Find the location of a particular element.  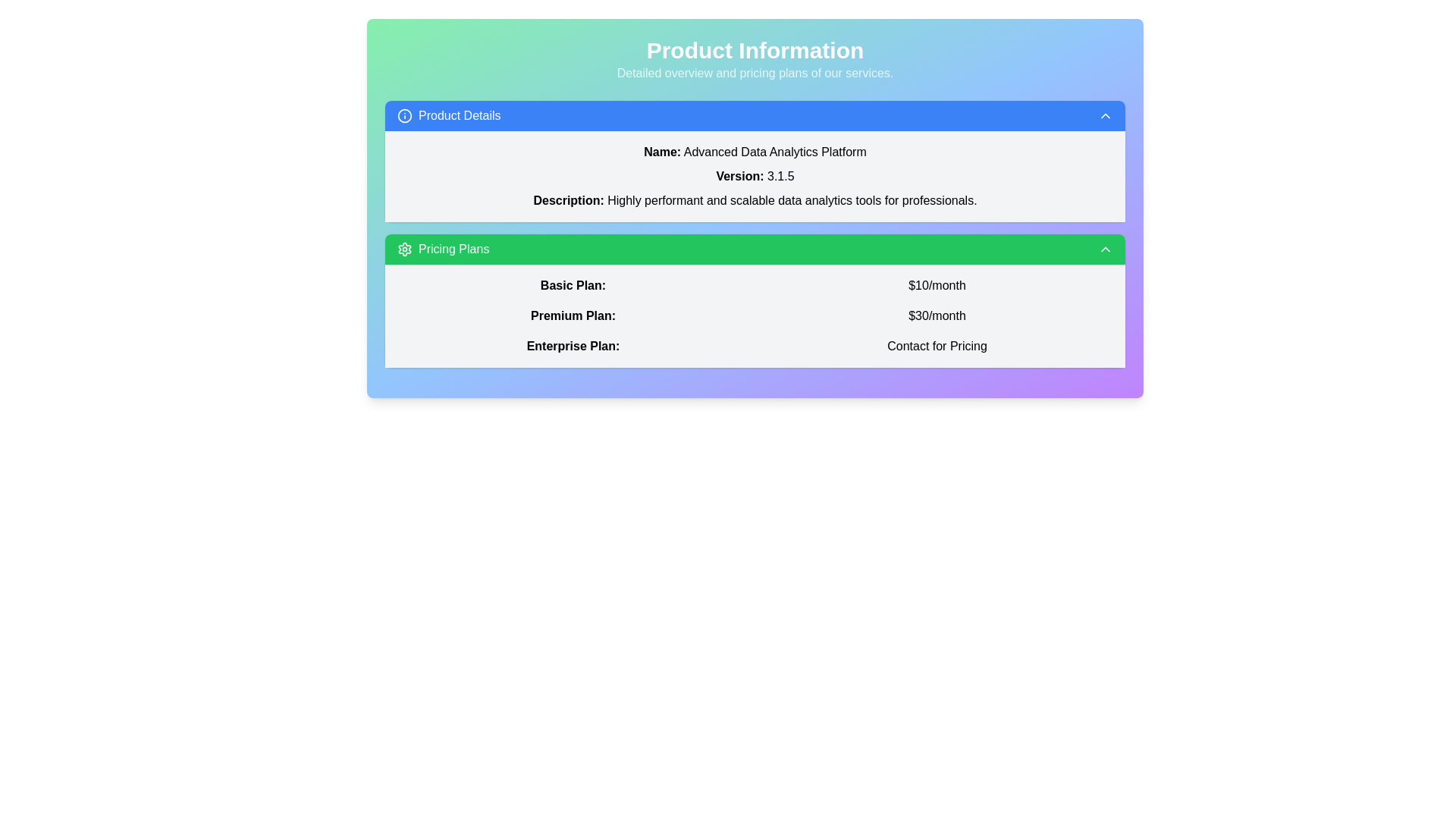

the 'Basic Plan' static text label in the pricing table to provide users with plan identification is located at coordinates (572, 286).